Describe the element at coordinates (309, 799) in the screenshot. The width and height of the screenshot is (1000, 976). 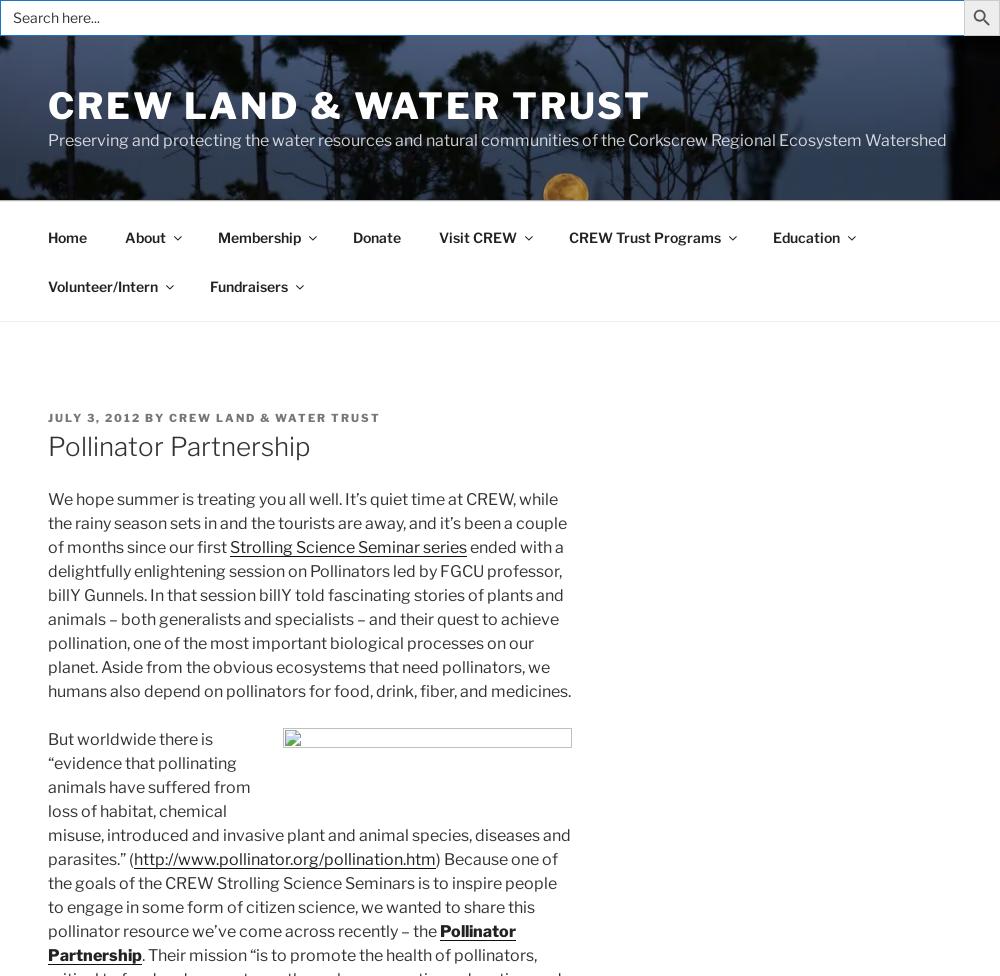
I see `'But worldwide there is “evidence that pollinating animals have suffered from loss of habitat, chemical misuse, introduced and invasive plant and animal species, diseases and parasites.” ('` at that location.